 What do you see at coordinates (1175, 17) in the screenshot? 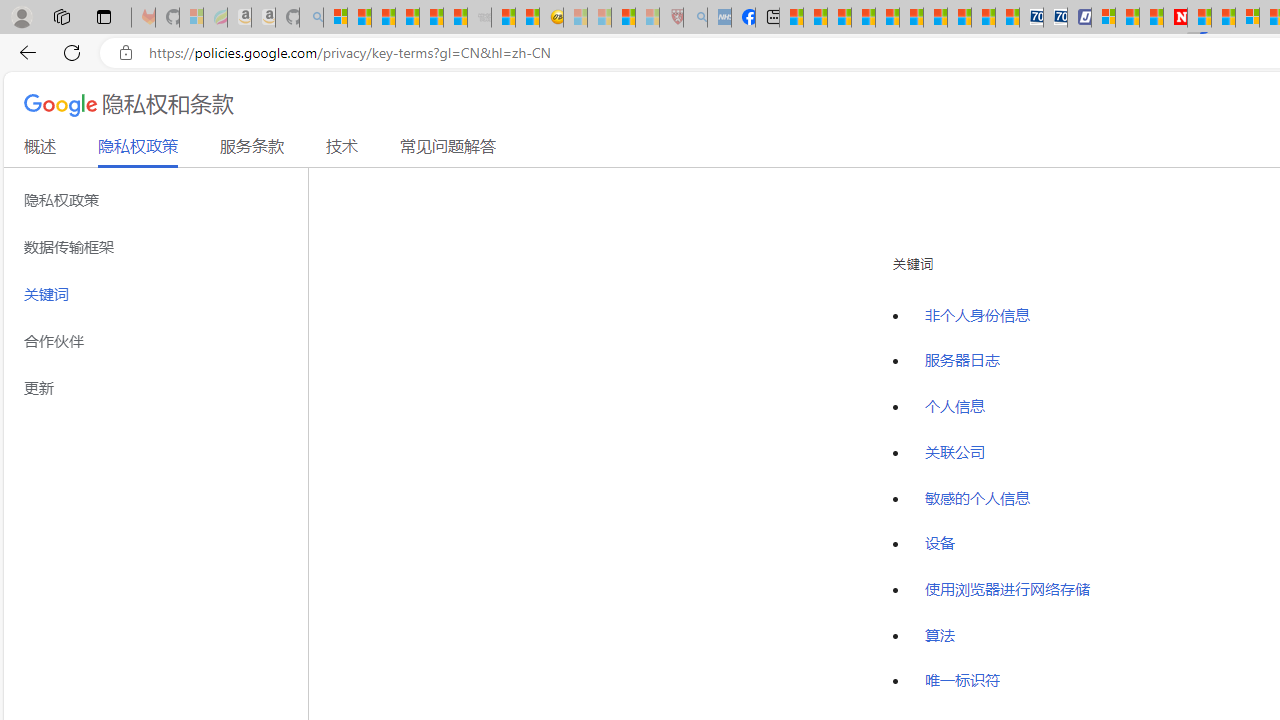
I see `'Newsweek - News, Analysis, Politics, Business, Technology'` at bounding box center [1175, 17].